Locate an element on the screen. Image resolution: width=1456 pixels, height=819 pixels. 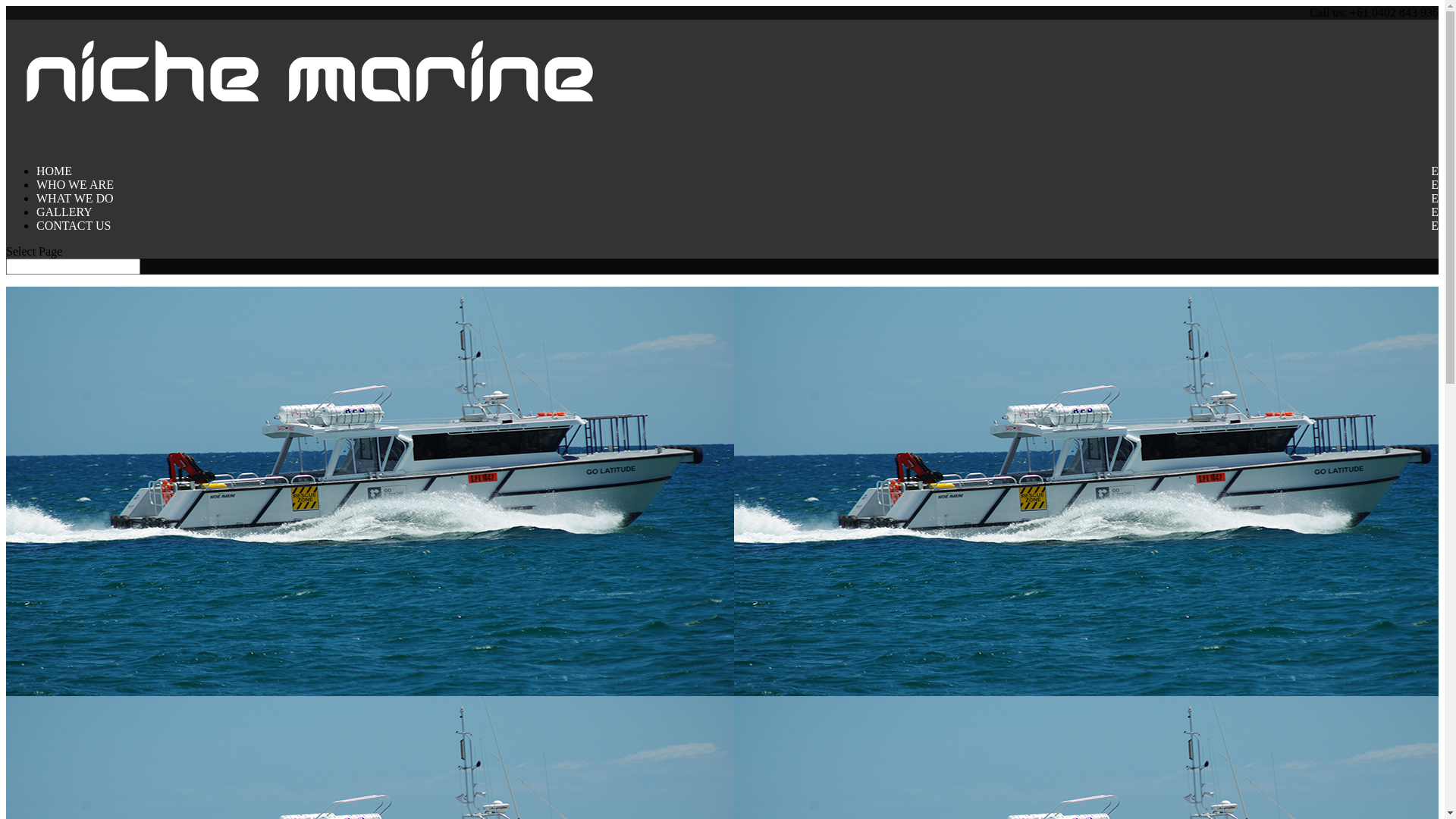
'Search for:' is located at coordinates (72, 265).